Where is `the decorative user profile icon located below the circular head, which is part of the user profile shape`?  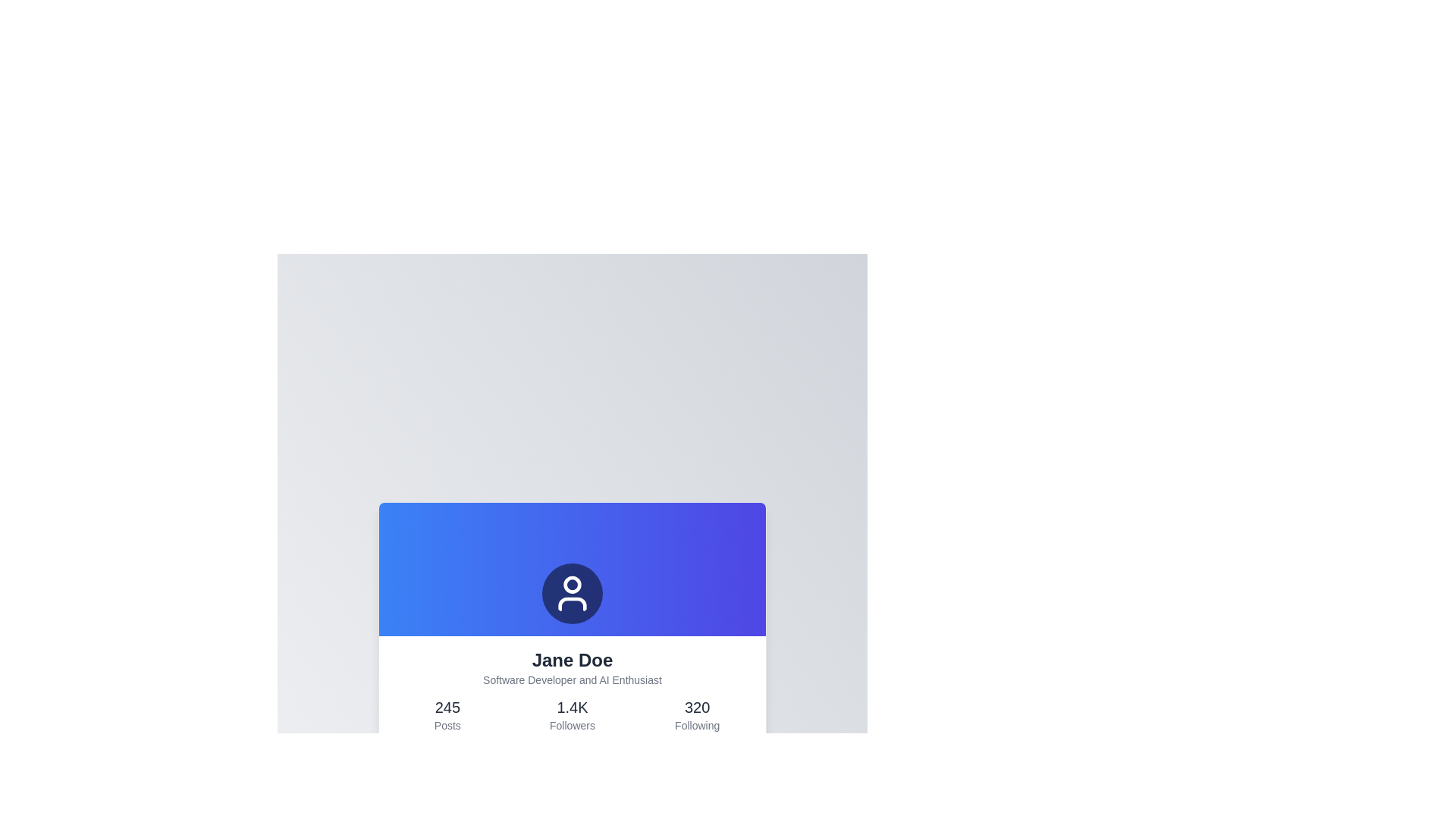 the decorative user profile icon located below the circular head, which is part of the user profile shape is located at coordinates (571, 604).